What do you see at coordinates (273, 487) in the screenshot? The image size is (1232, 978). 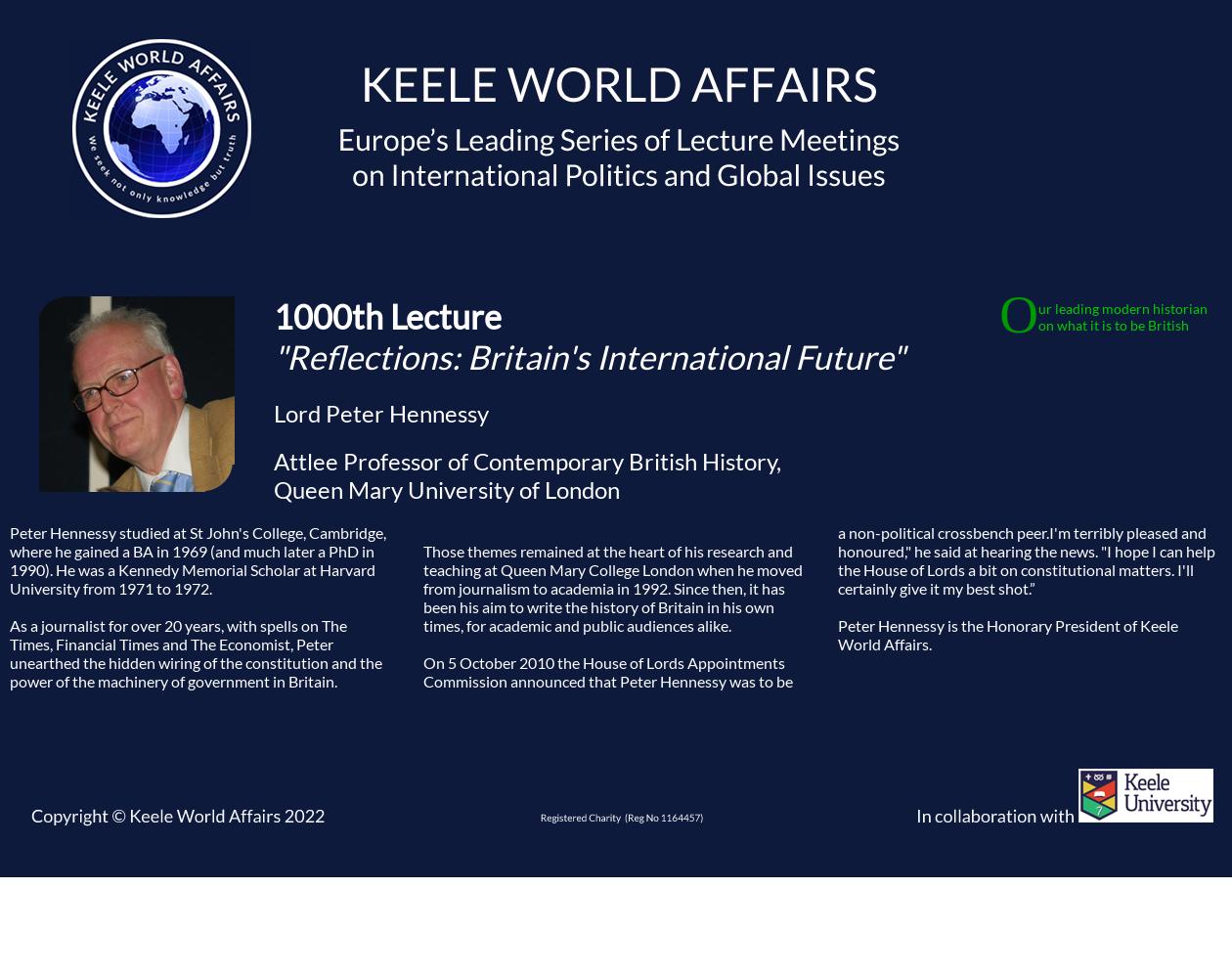 I see `'Queen Mary University of London'` at bounding box center [273, 487].